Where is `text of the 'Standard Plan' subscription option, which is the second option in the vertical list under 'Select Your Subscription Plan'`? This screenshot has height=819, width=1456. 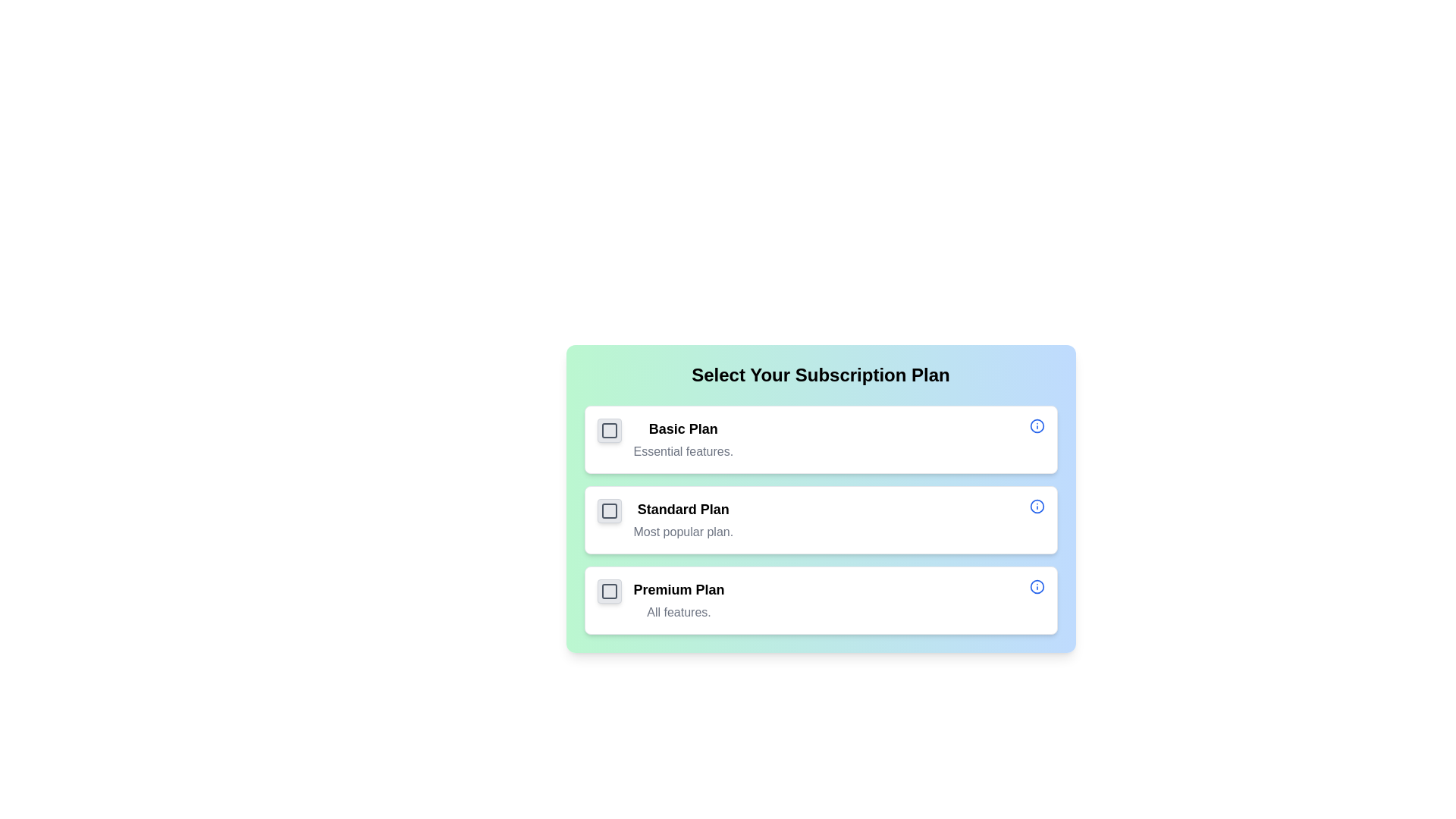
text of the 'Standard Plan' subscription option, which is the second option in the vertical list under 'Select Your Subscription Plan' is located at coordinates (682, 519).